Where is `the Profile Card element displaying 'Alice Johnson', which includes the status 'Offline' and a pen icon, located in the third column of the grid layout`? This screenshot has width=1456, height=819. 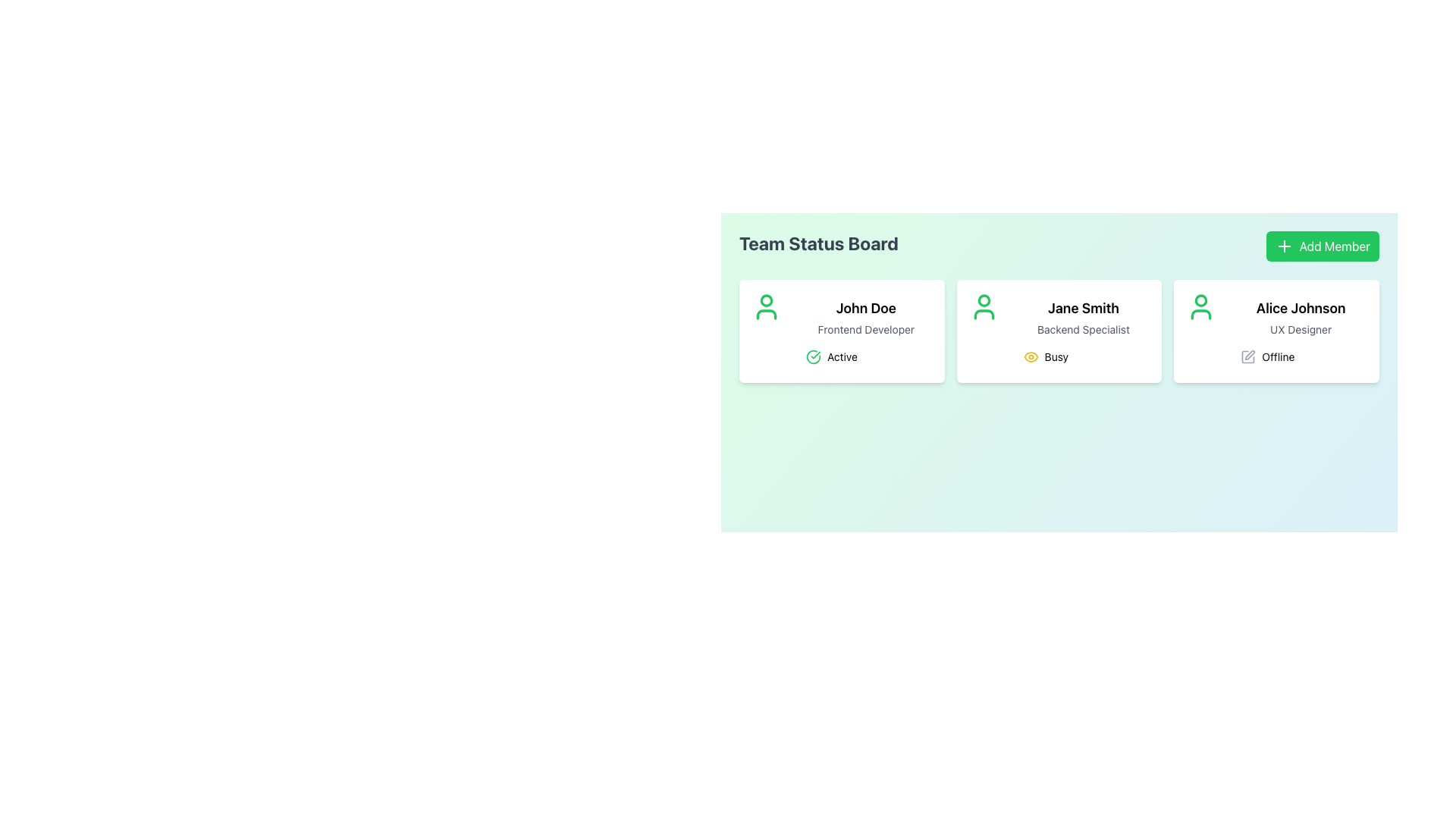 the Profile Card element displaying 'Alice Johnson', which includes the status 'Offline' and a pen icon, located in the third column of the grid layout is located at coordinates (1276, 330).